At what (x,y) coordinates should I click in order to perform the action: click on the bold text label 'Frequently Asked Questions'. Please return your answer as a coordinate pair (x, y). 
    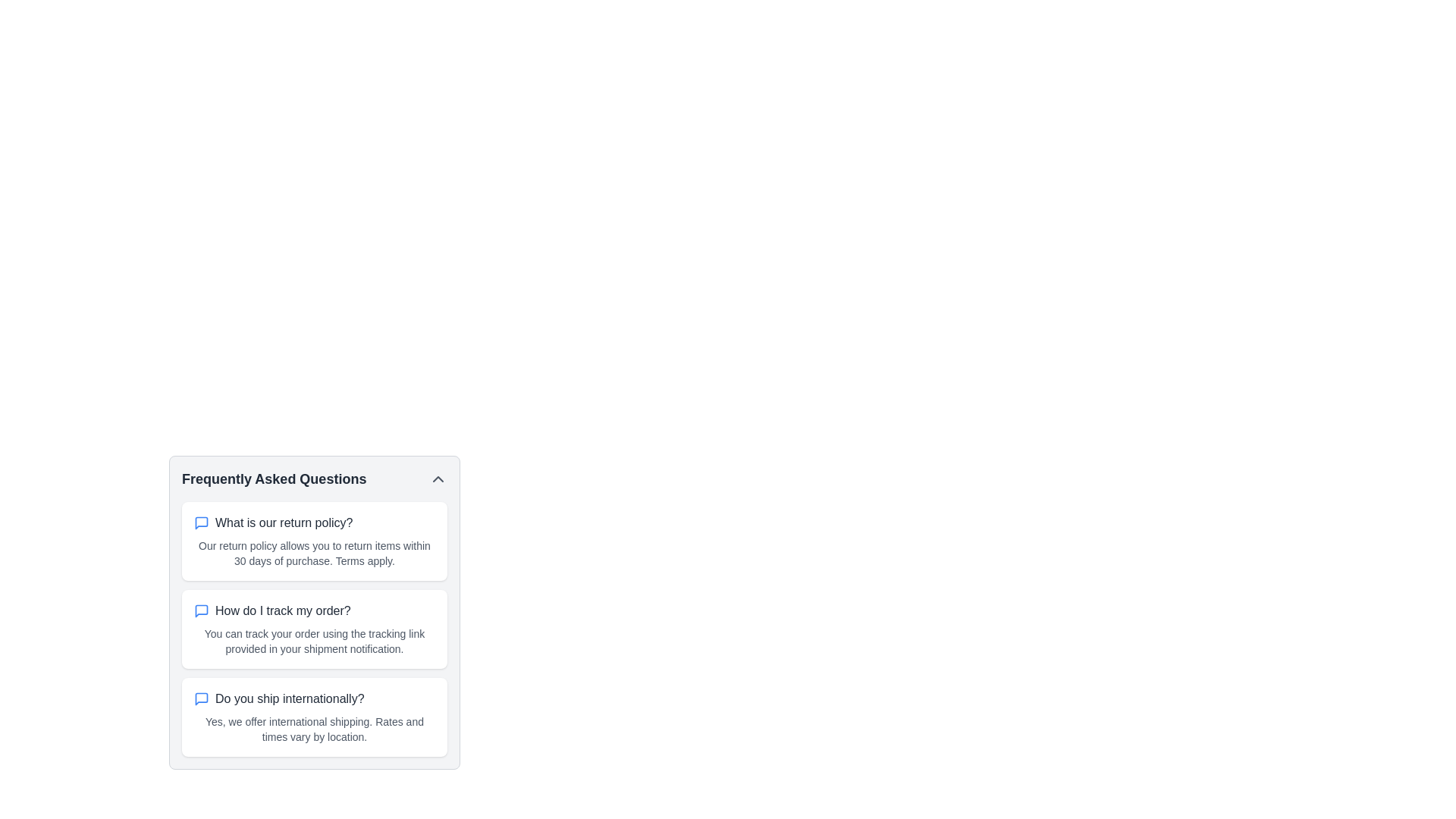
    Looking at the image, I should click on (313, 479).